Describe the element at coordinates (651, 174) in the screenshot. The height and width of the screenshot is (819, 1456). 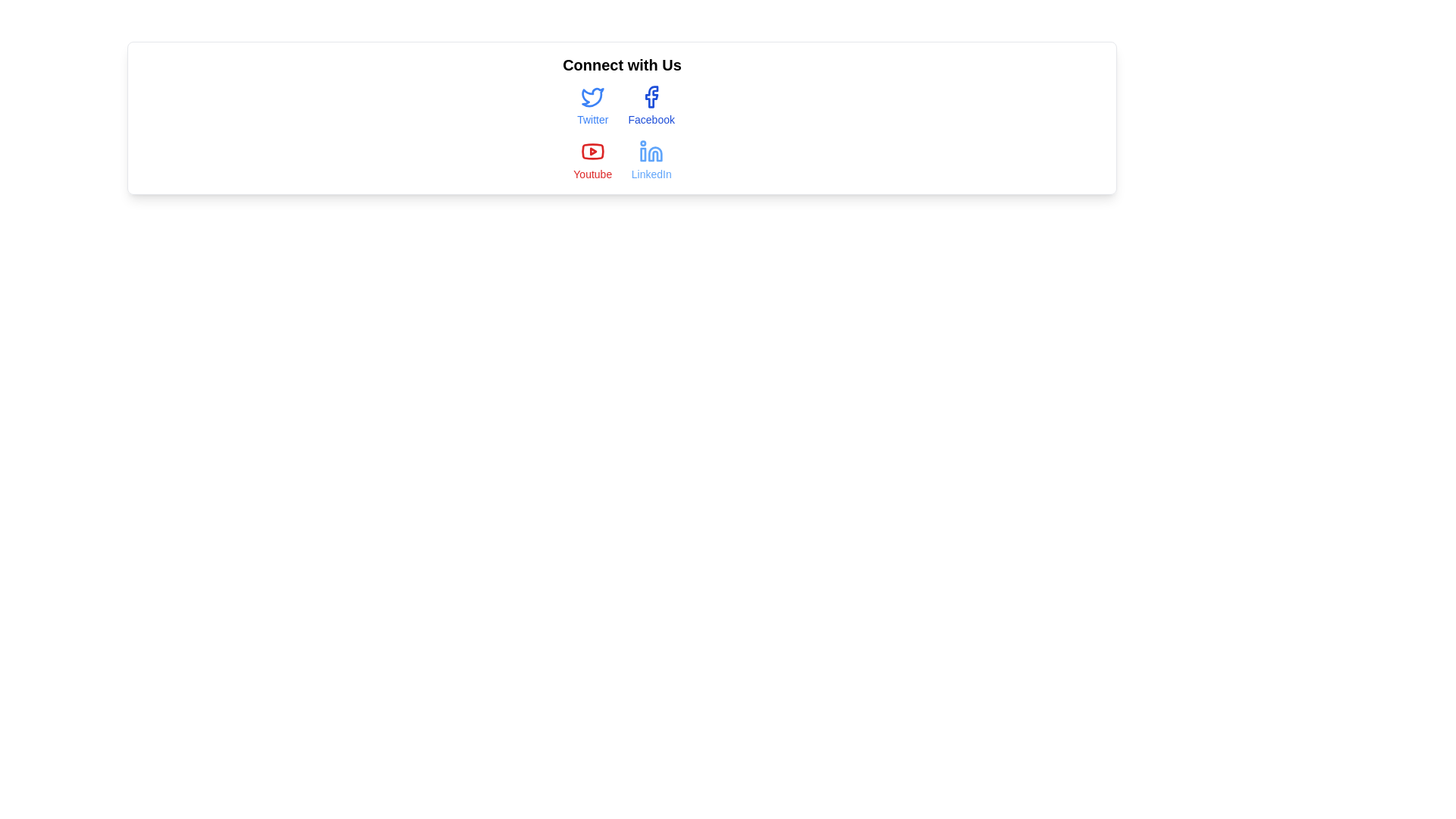
I see `text content of the 'LinkedIn' label, which is a small, blue font positioned below the LinkedIn icon within the social media links section` at that location.